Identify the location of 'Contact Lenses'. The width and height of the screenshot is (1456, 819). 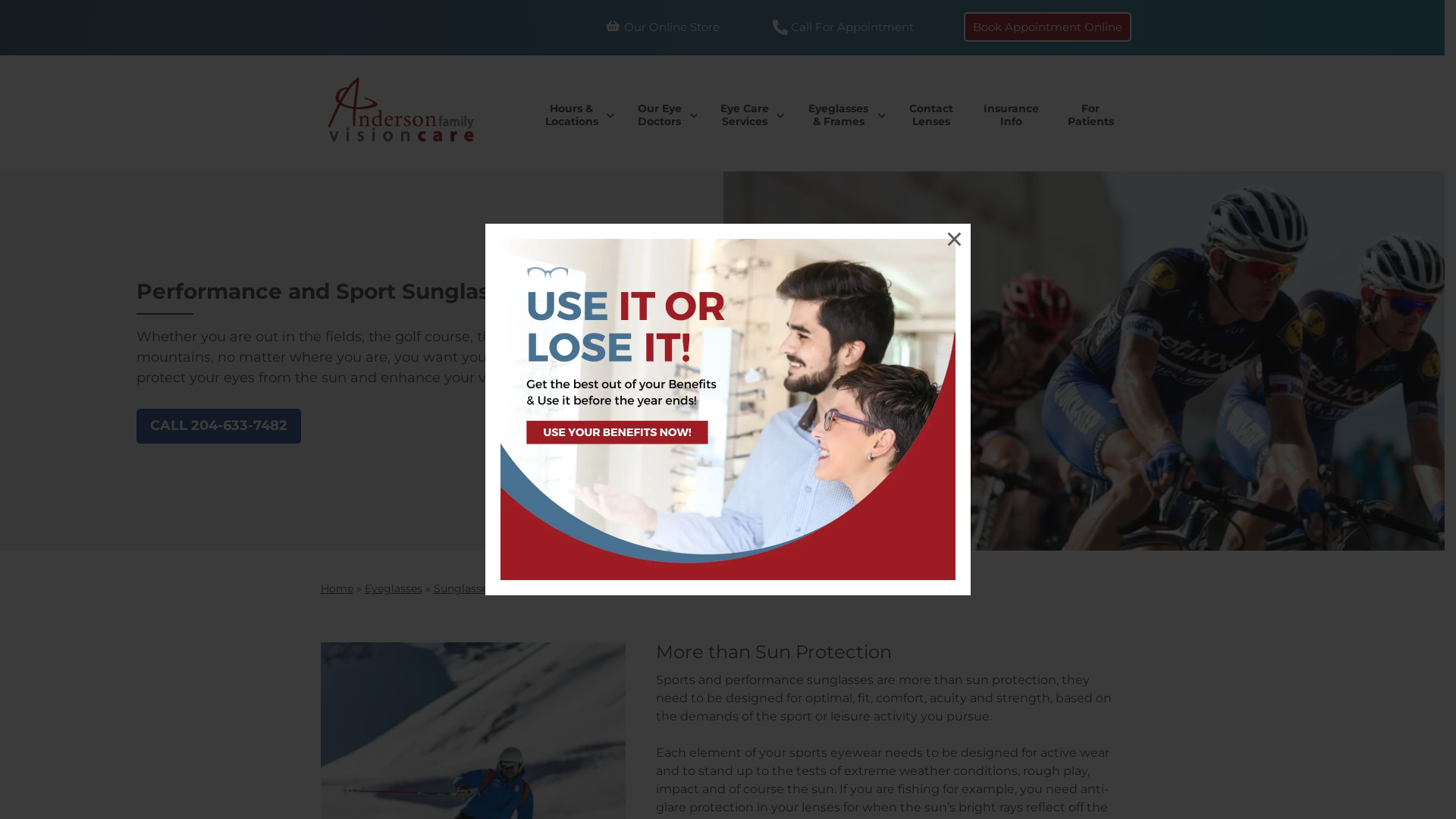
(930, 114).